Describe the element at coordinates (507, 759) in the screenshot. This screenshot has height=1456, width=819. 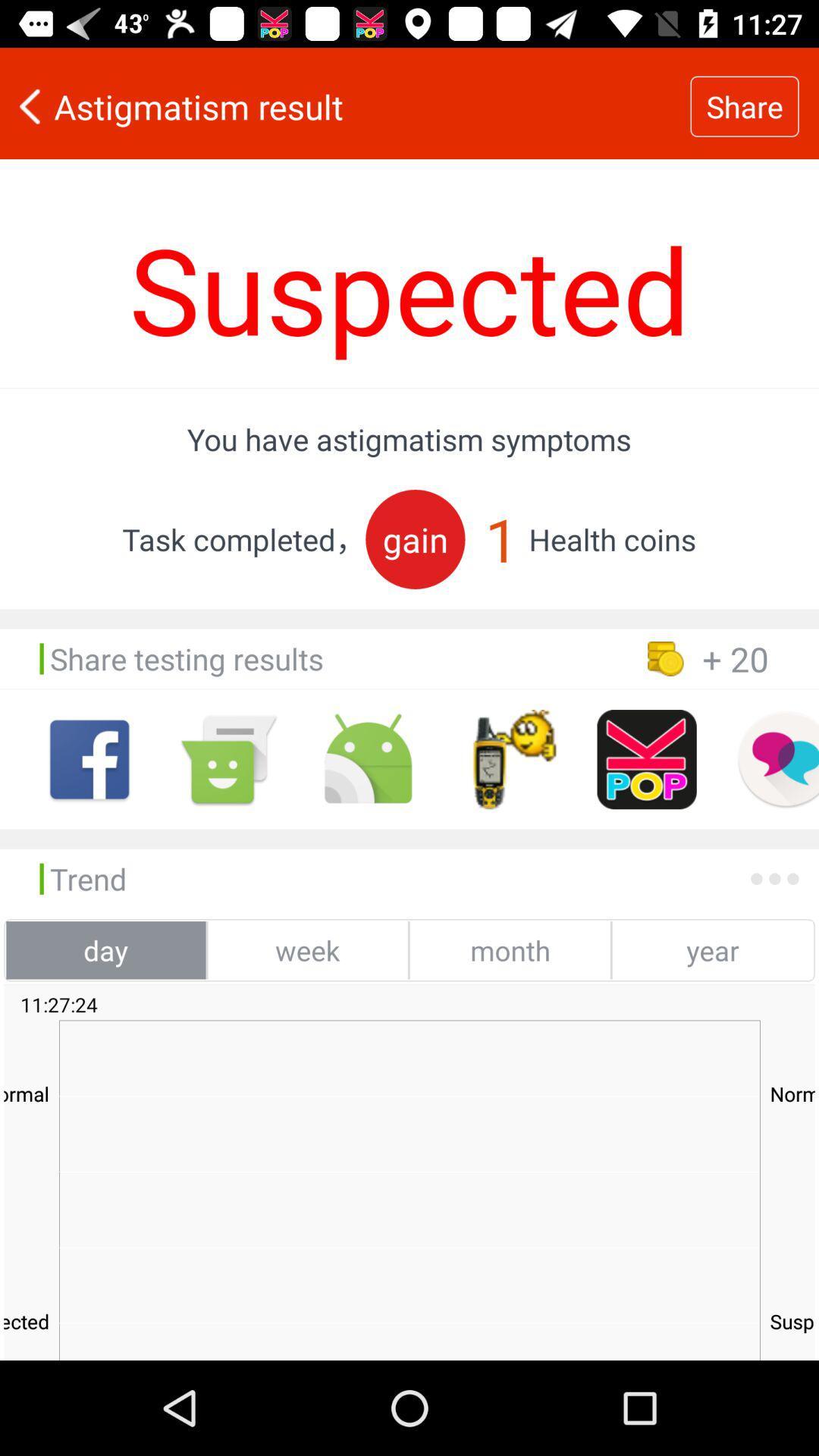
I see `share to app` at that location.